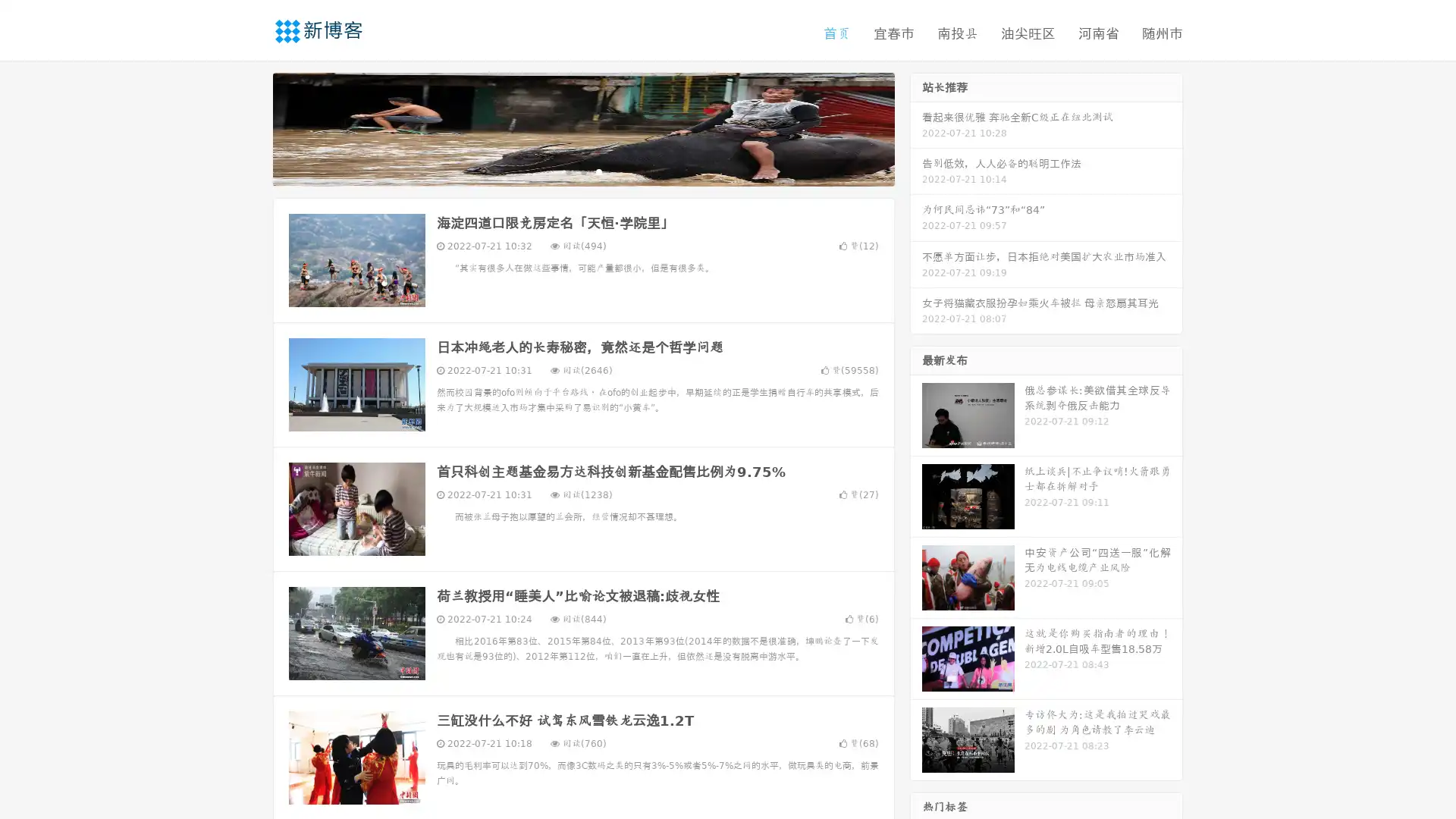  I want to click on Previous slide, so click(250, 127).